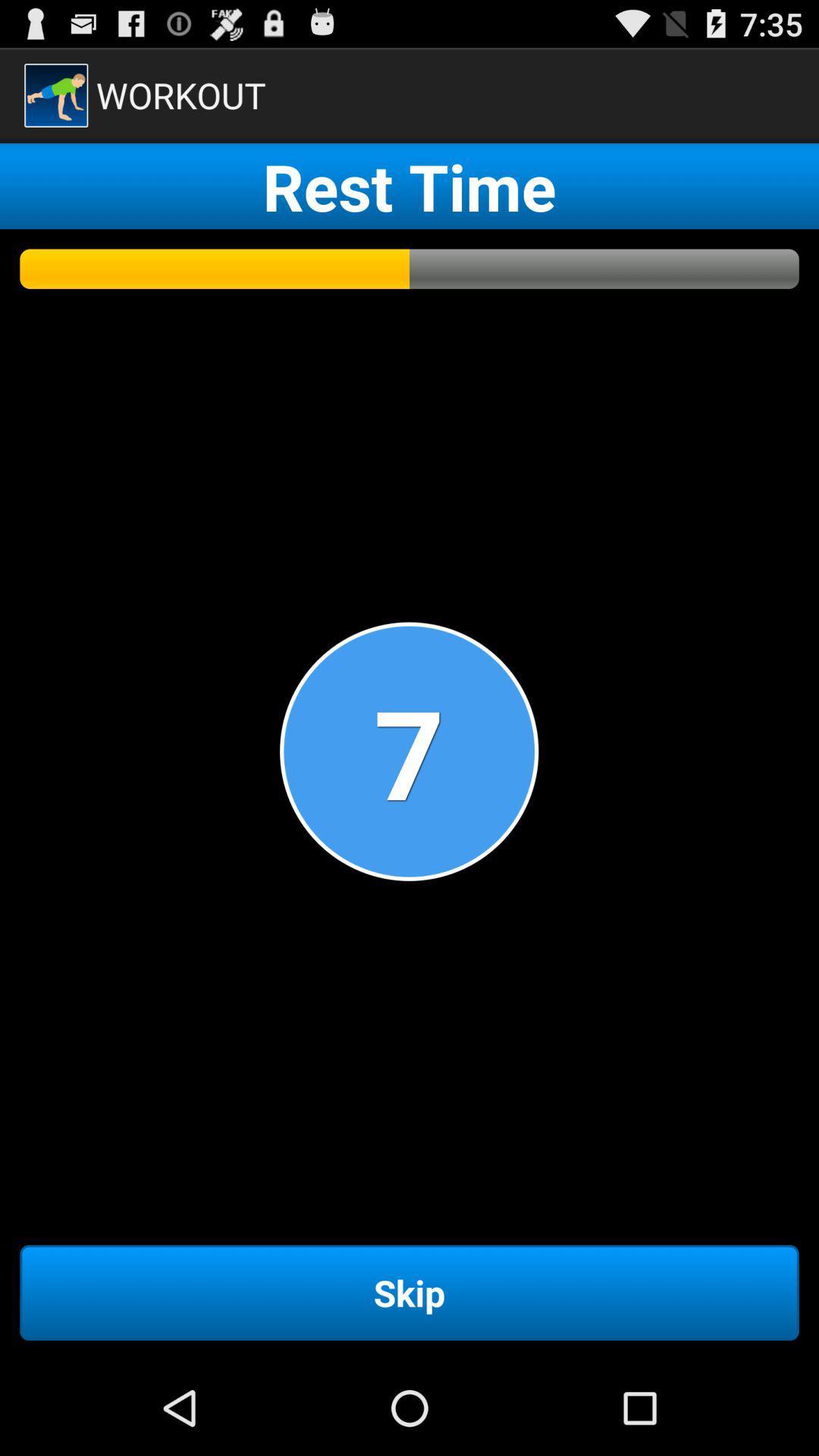 This screenshot has width=819, height=1456. What do you see at coordinates (409, 1291) in the screenshot?
I see `skip item` at bounding box center [409, 1291].